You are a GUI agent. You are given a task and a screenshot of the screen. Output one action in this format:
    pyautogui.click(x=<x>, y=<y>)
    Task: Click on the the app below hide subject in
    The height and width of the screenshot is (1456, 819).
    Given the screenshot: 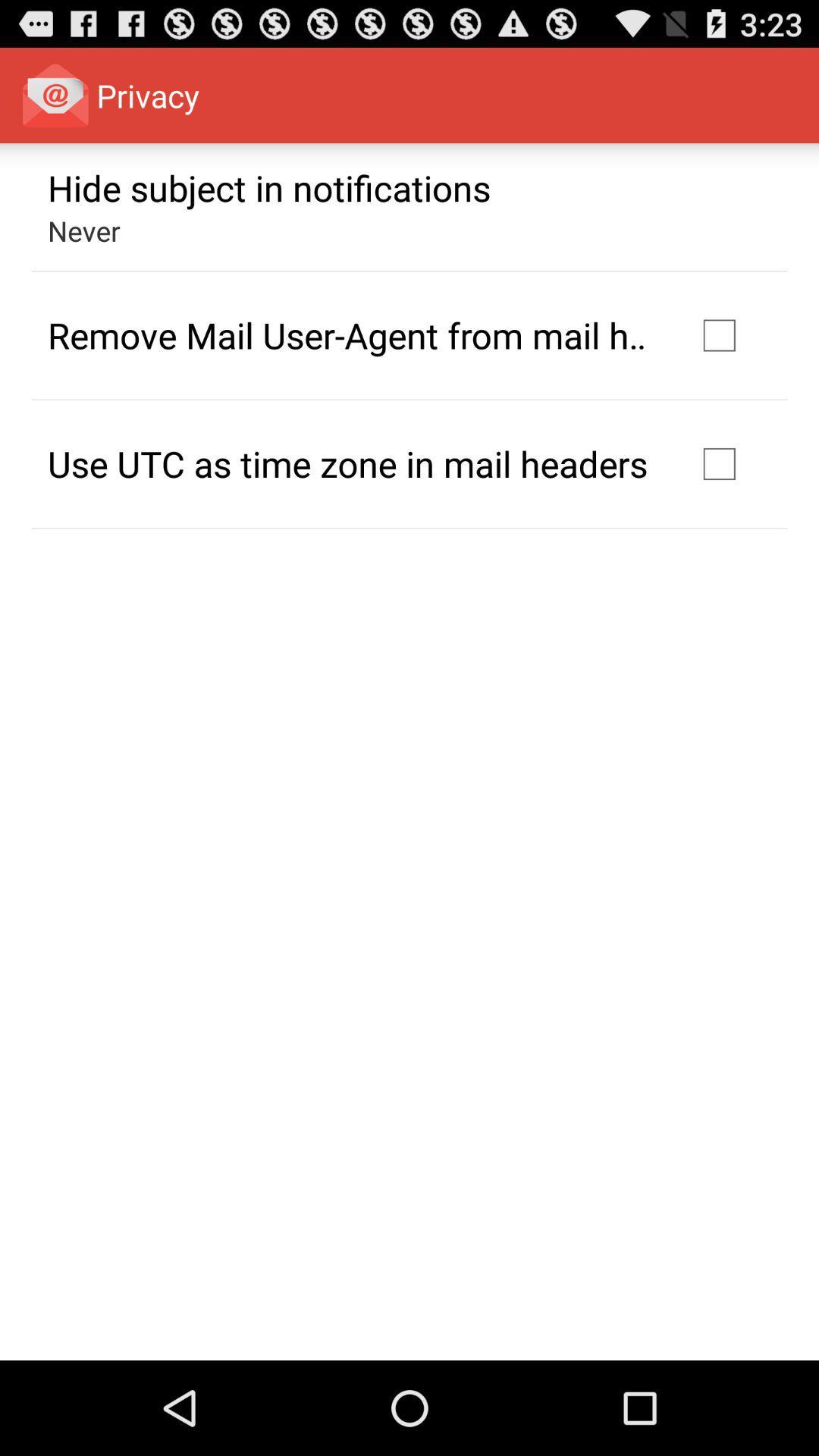 What is the action you would take?
    pyautogui.click(x=84, y=230)
    